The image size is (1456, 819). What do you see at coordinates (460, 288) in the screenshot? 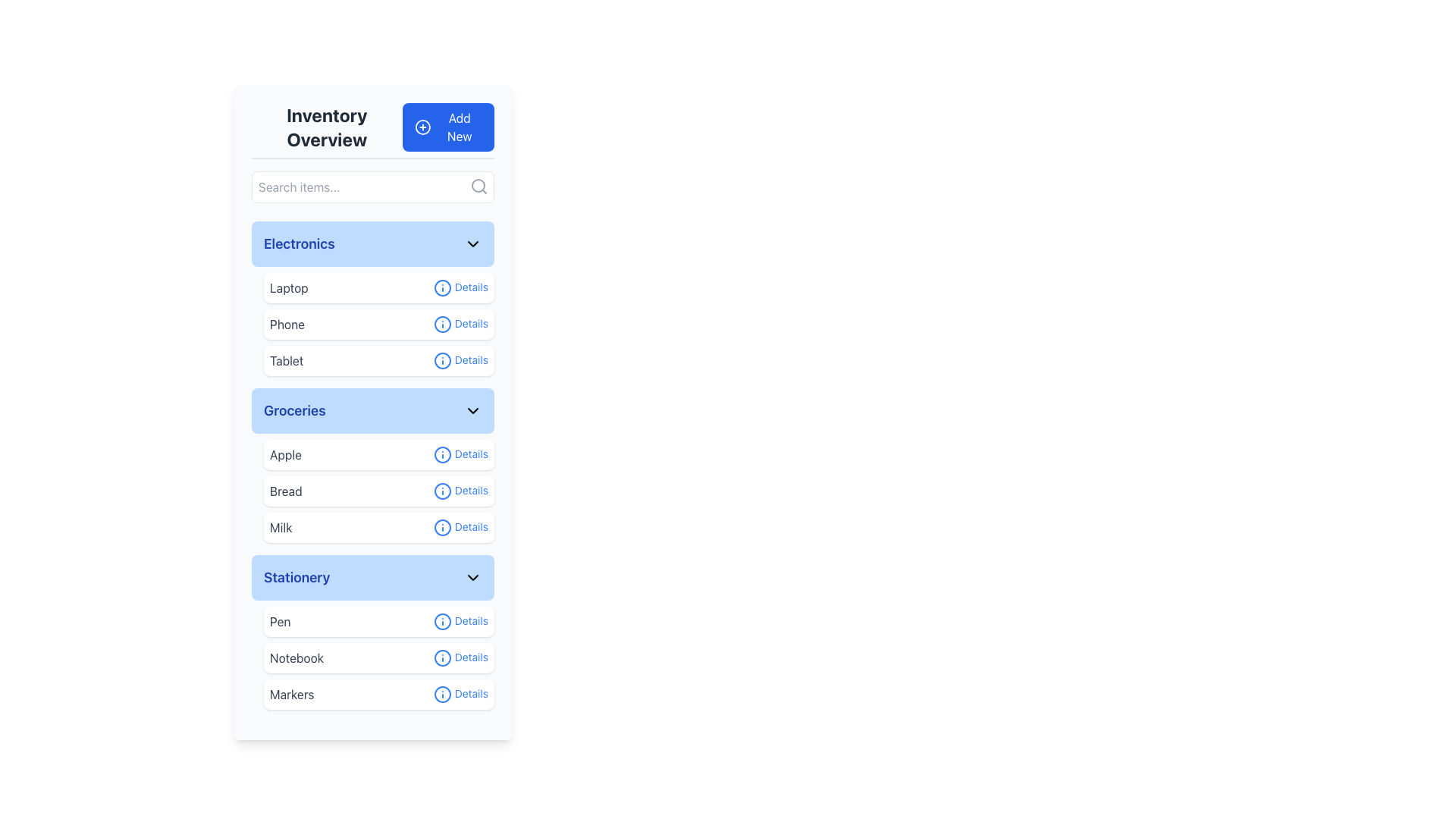
I see `the hyperlink labeled 'Details' which is styled in small blue font with an underline effect, located to the right of the text 'Laptop' in the 'Electronics' category section` at bounding box center [460, 288].